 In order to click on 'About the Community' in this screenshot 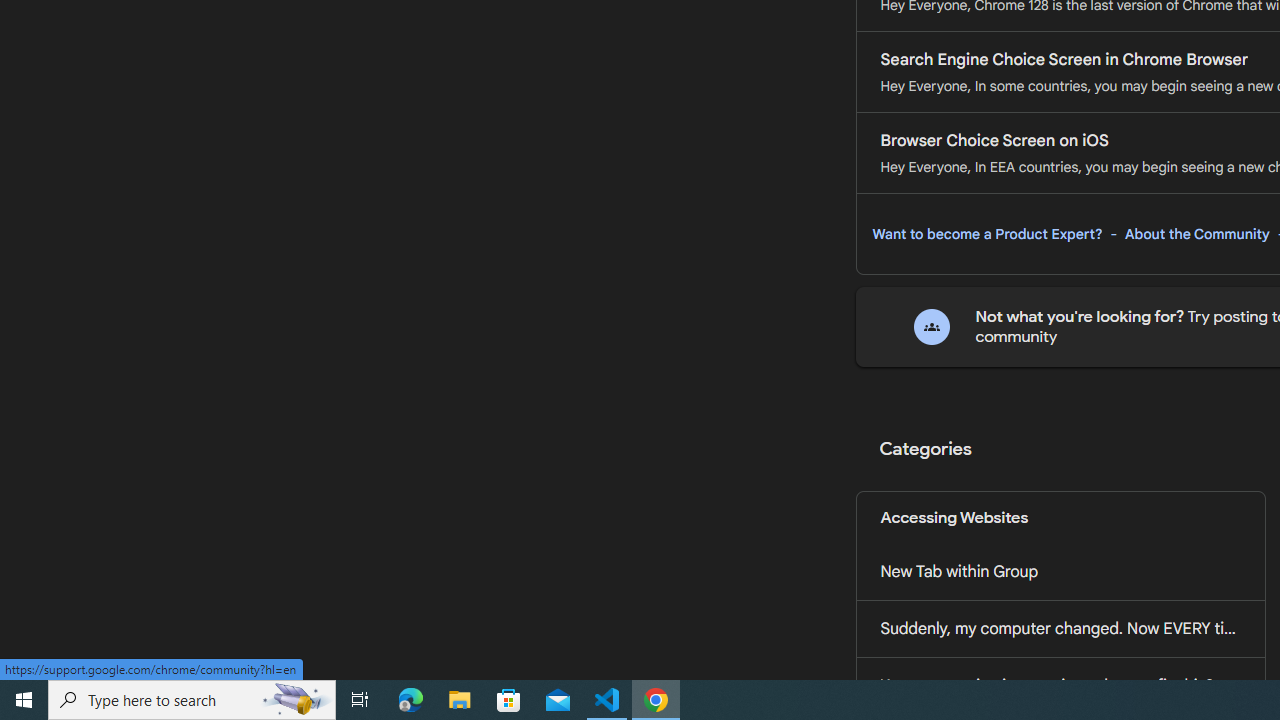, I will do `click(1197, 233)`.